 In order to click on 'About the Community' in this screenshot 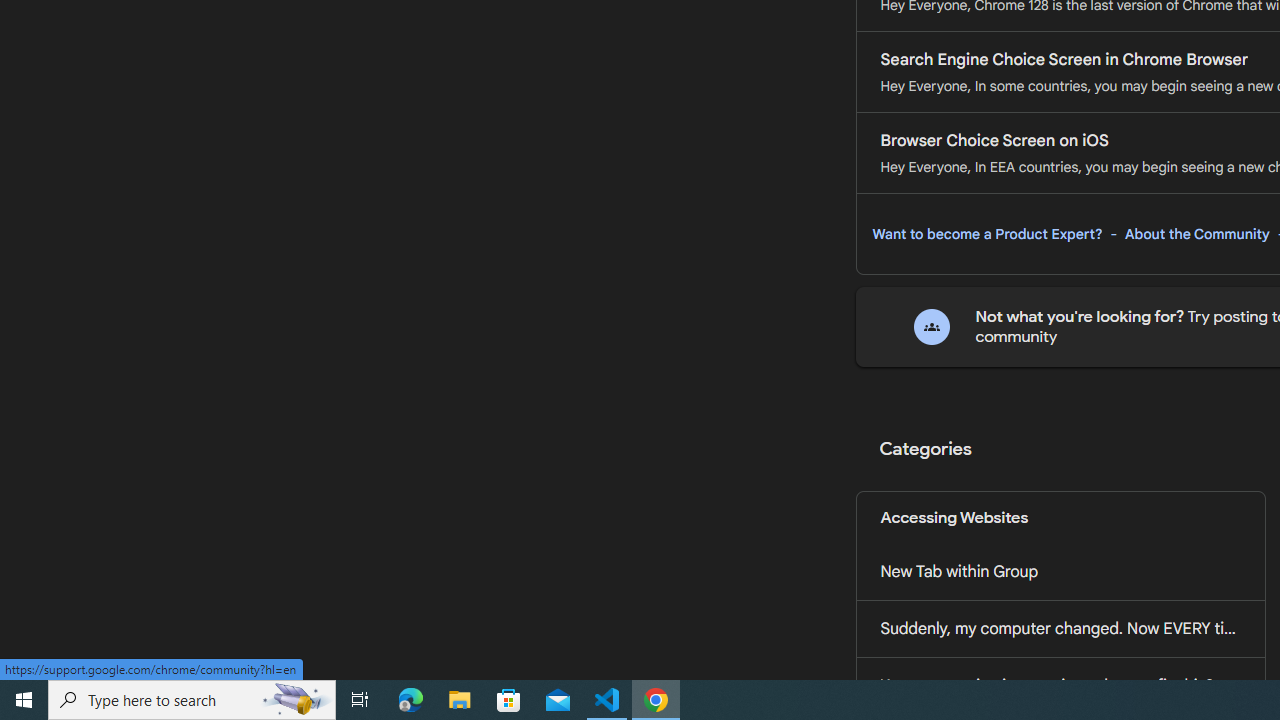, I will do `click(1197, 233)`.